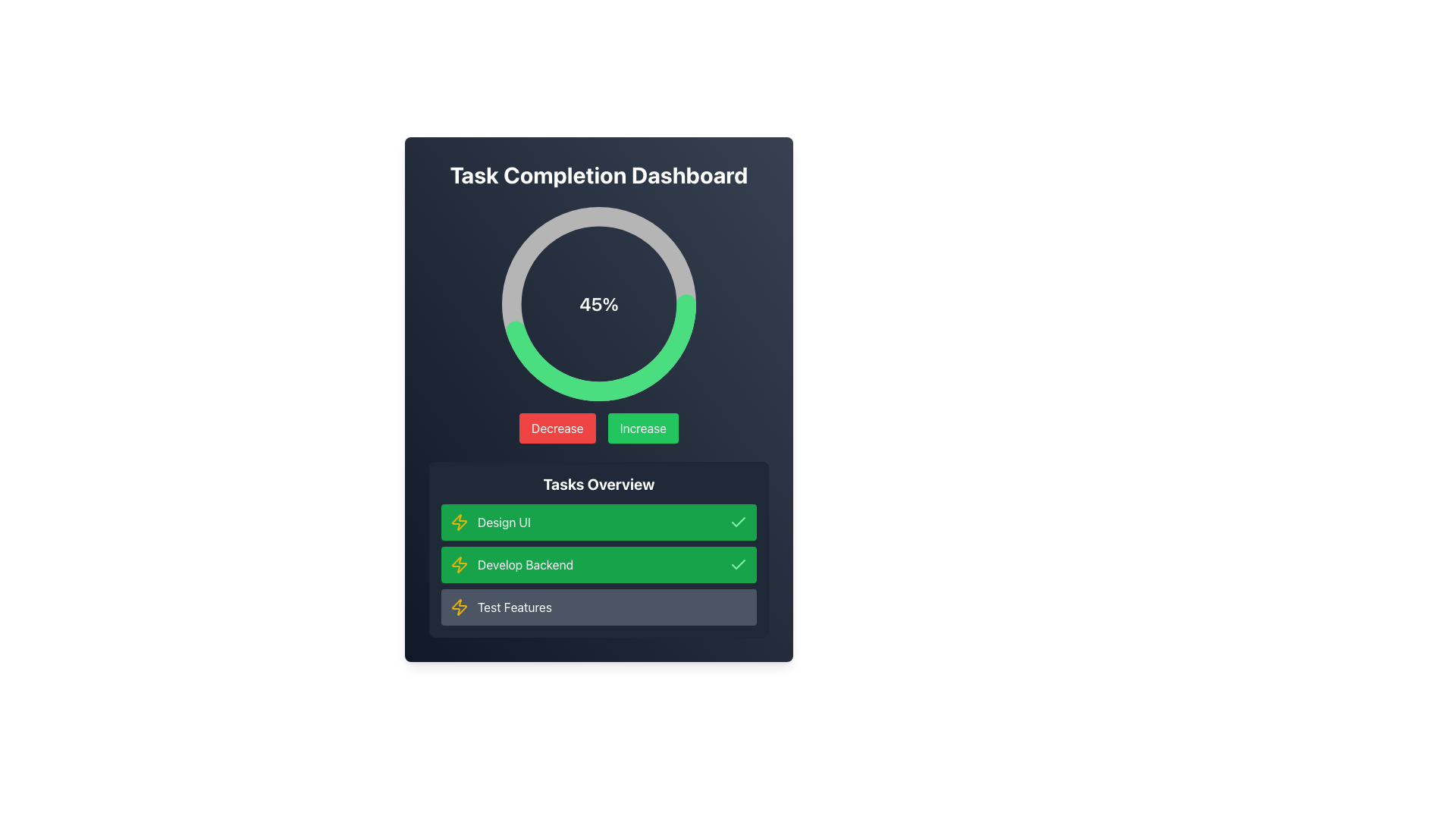  What do you see at coordinates (598, 428) in the screenshot?
I see `the 'Decrease' or 'Increase' button of the interactive buttons located below the circular progress indicator, which displays '45%'` at bounding box center [598, 428].